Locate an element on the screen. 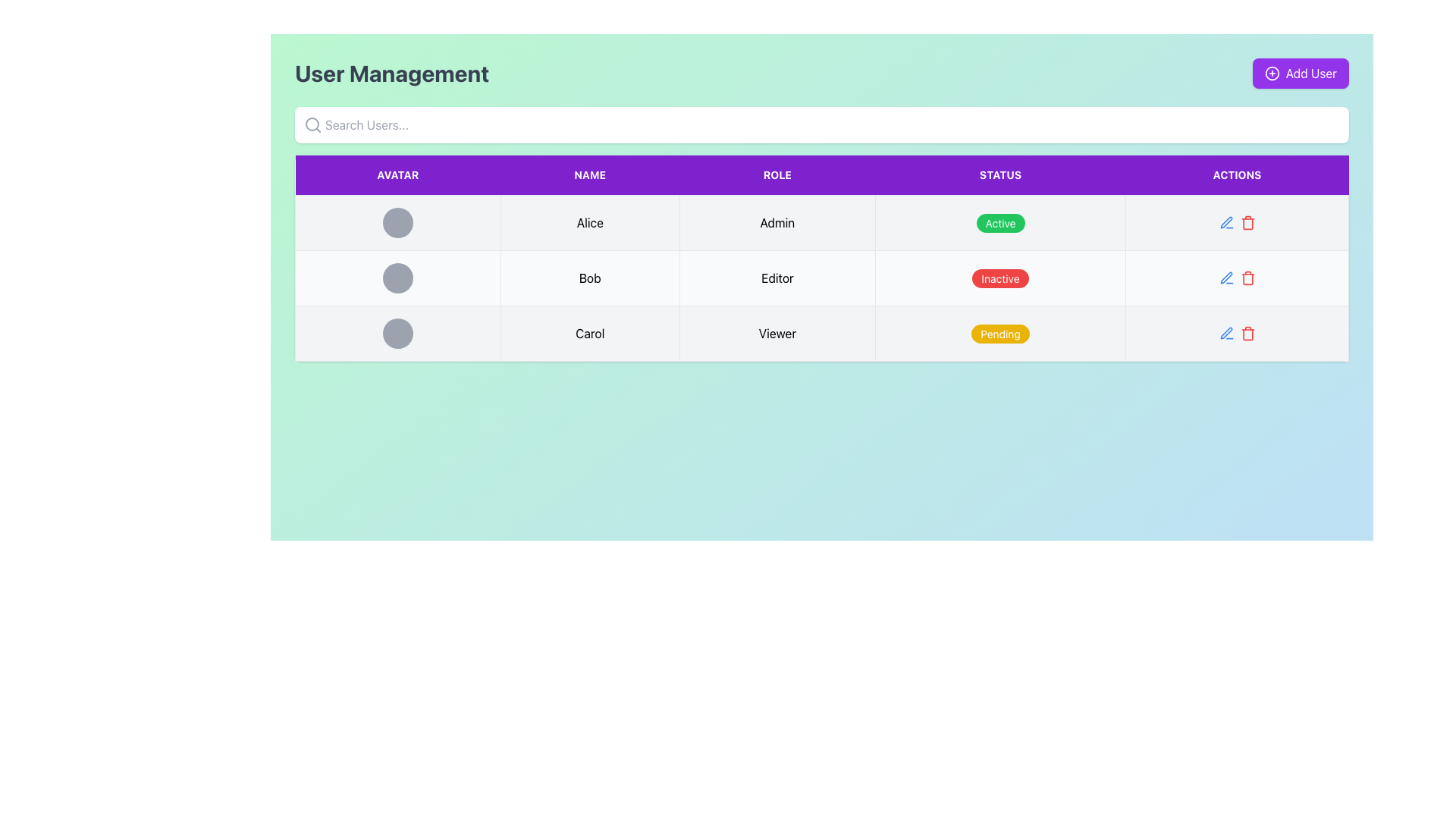 This screenshot has height=819, width=1456. the 'NAME' text box, which is a rectangular element with a purple background and white text is located at coordinates (589, 174).